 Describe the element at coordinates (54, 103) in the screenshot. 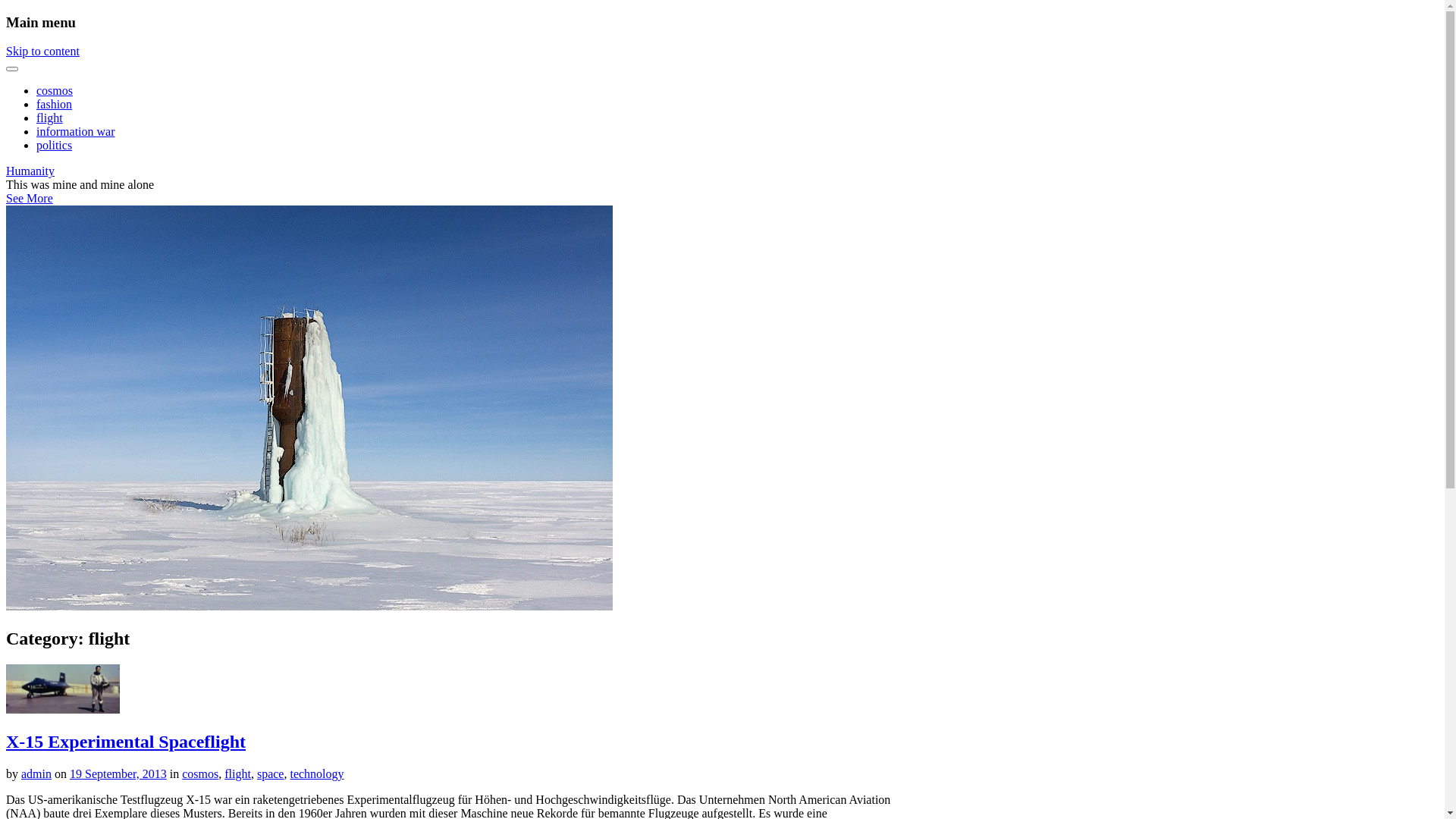

I see `'fashion'` at that location.